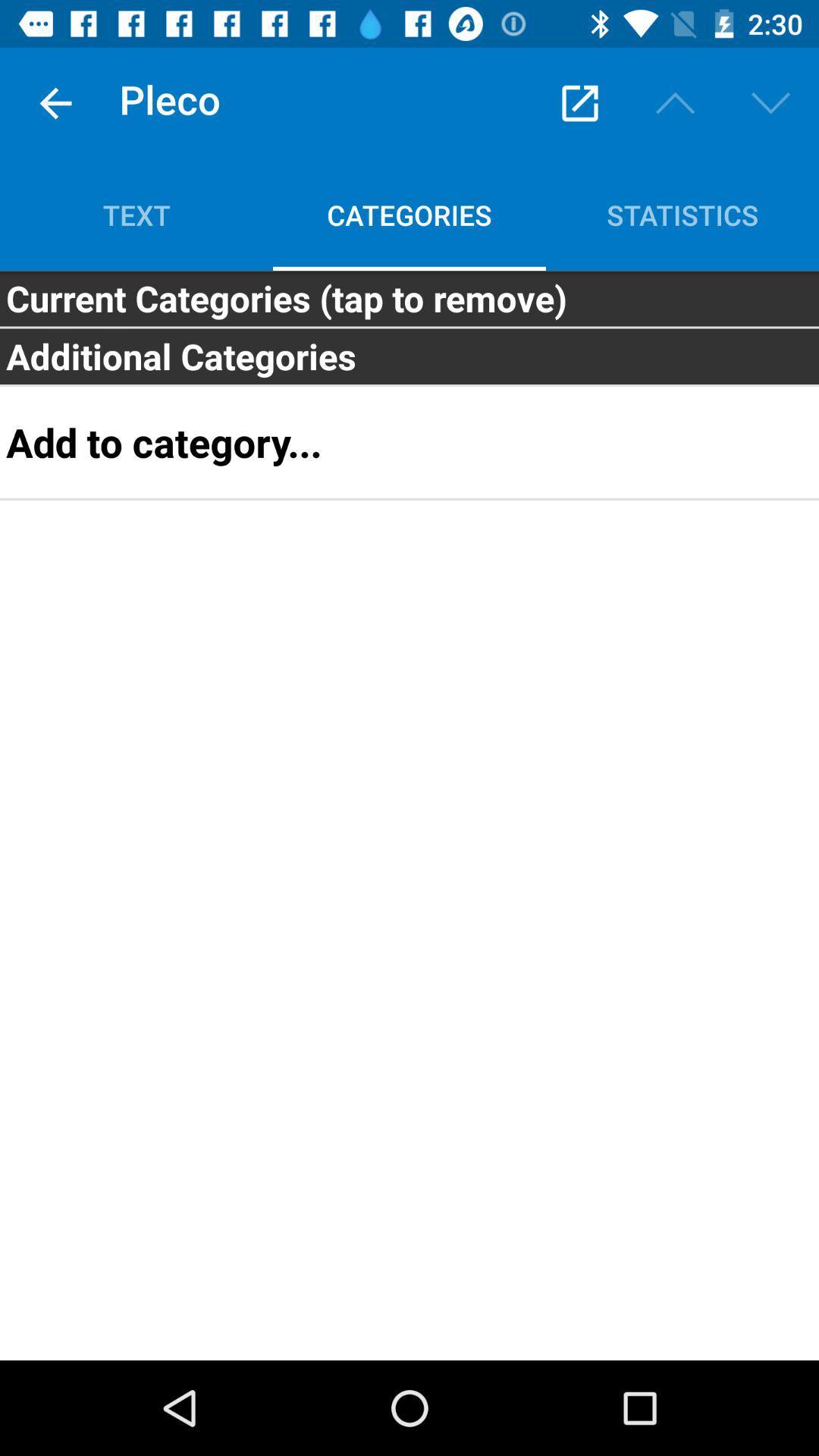  Describe the element at coordinates (681, 214) in the screenshot. I see `icon next to categories item` at that location.